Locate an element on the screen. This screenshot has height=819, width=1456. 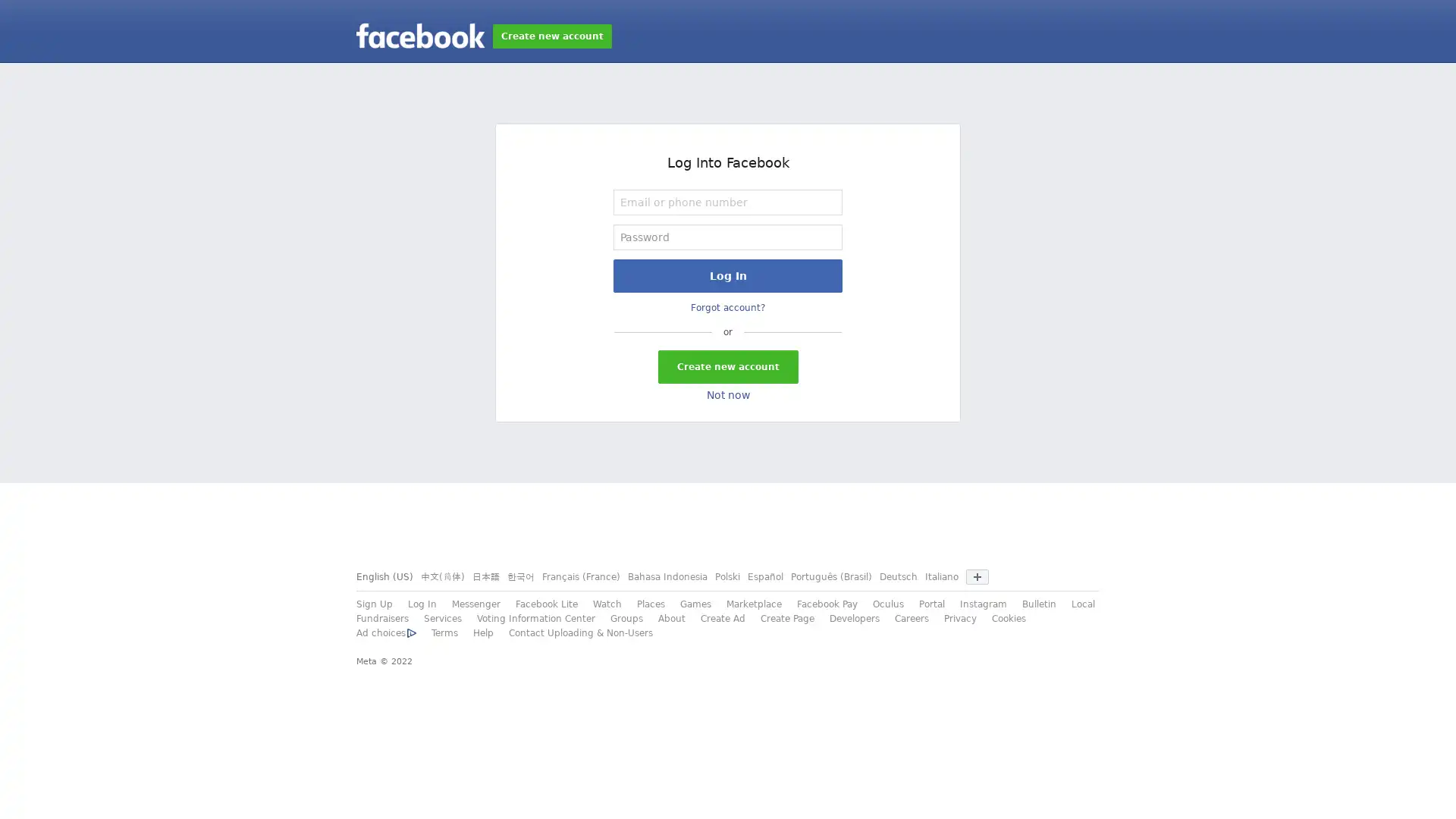
Log In is located at coordinates (728, 275).